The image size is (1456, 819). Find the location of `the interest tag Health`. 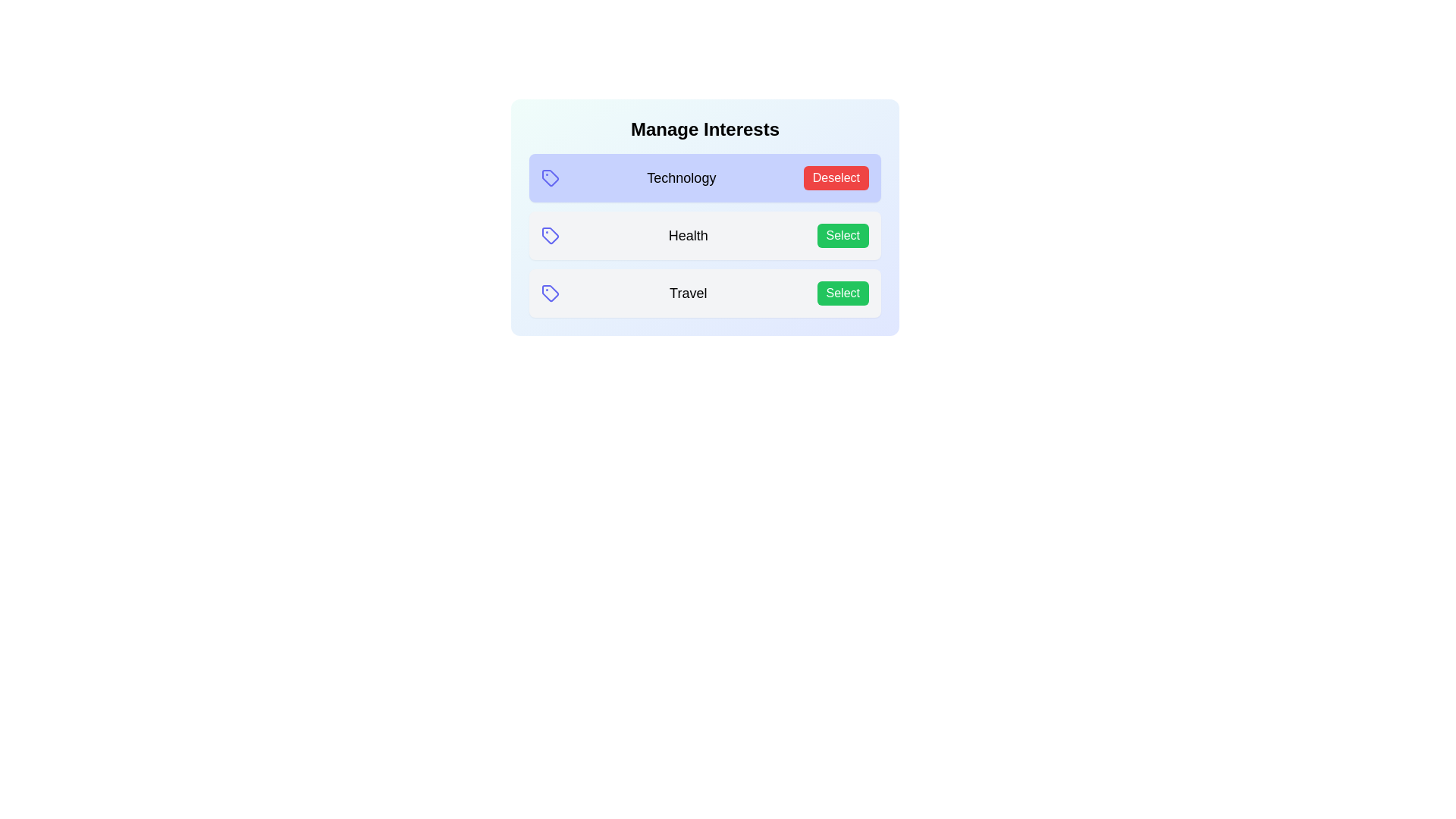

the interest tag Health is located at coordinates (842, 236).